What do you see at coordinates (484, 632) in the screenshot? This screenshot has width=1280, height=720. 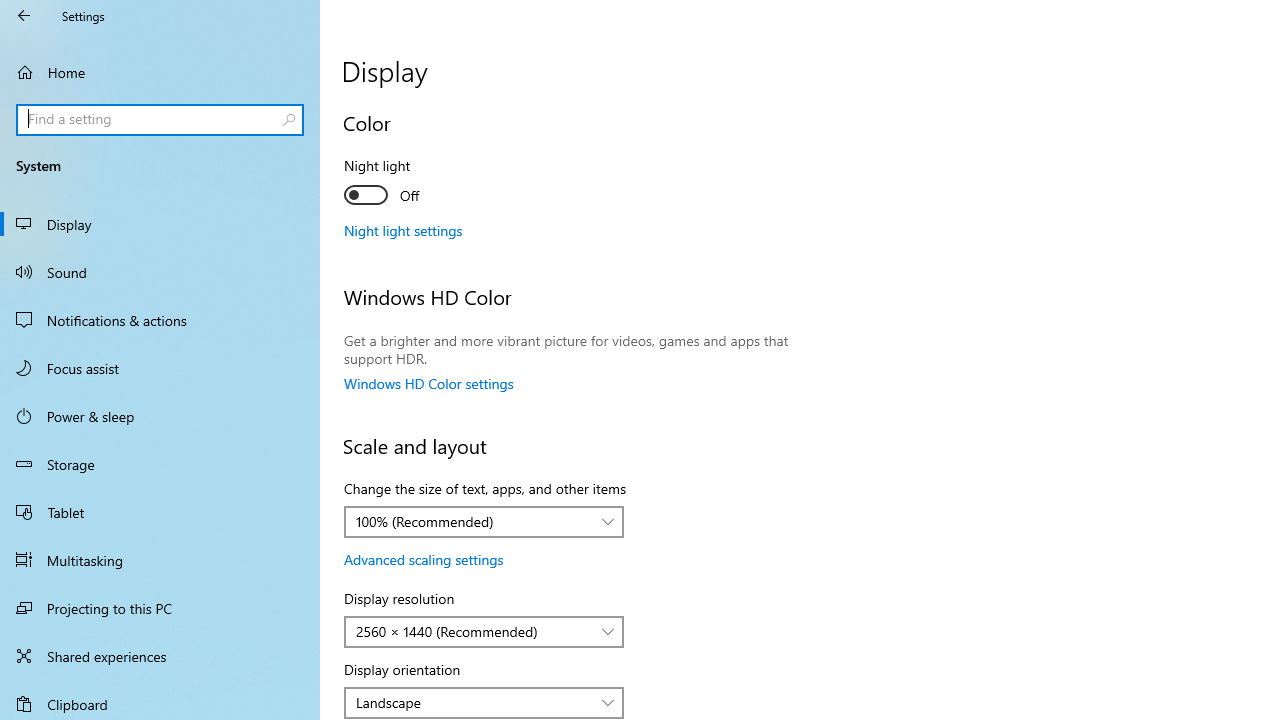 I see `'Display resolution'` at bounding box center [484, 632].